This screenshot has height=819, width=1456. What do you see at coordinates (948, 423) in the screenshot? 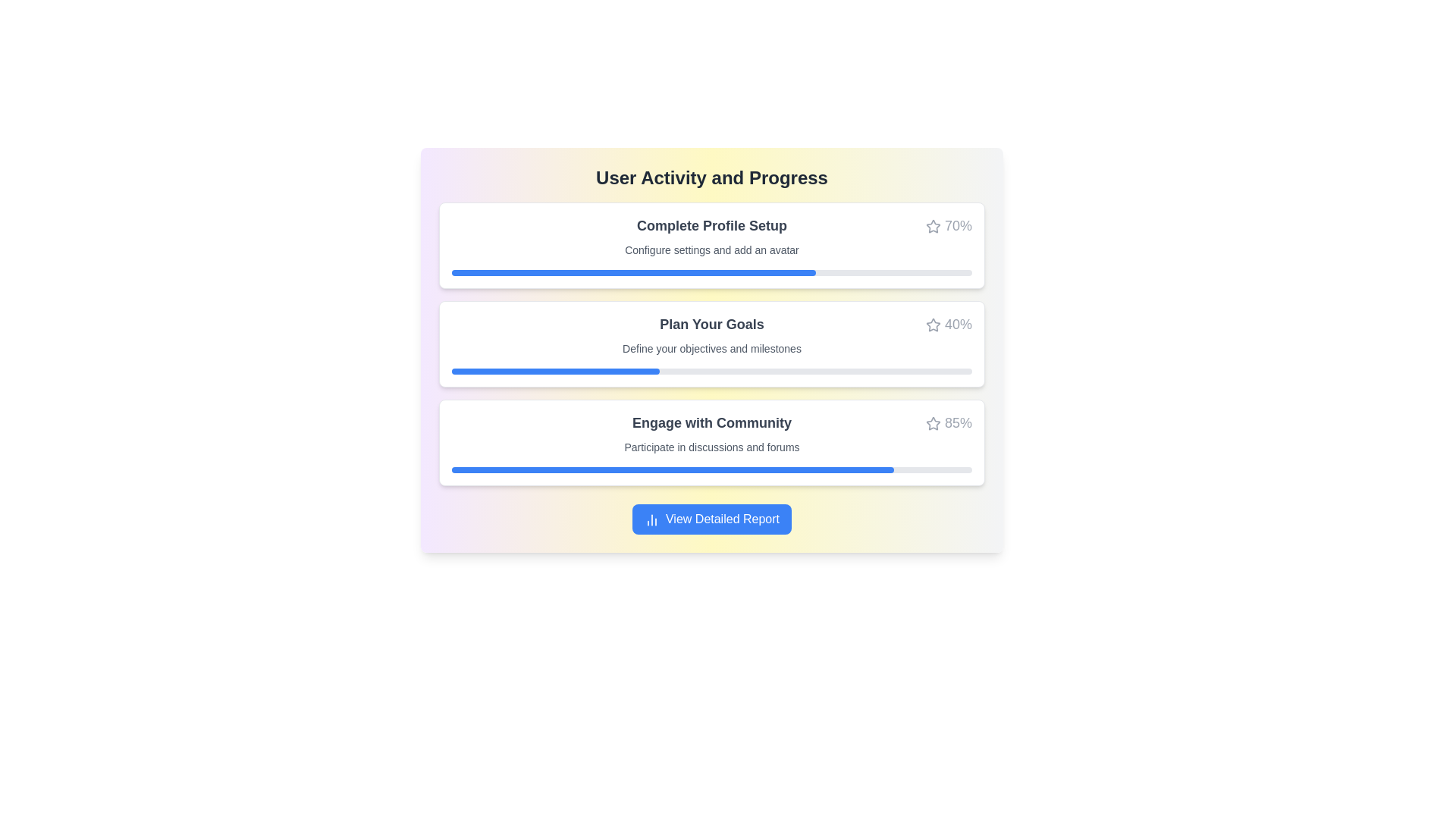
I see `the text with an adjacent icon displaying progress percentage located in the top-right corner of the 'Engage with Community' card, above the progress bar` at bounding box center [948, 423].